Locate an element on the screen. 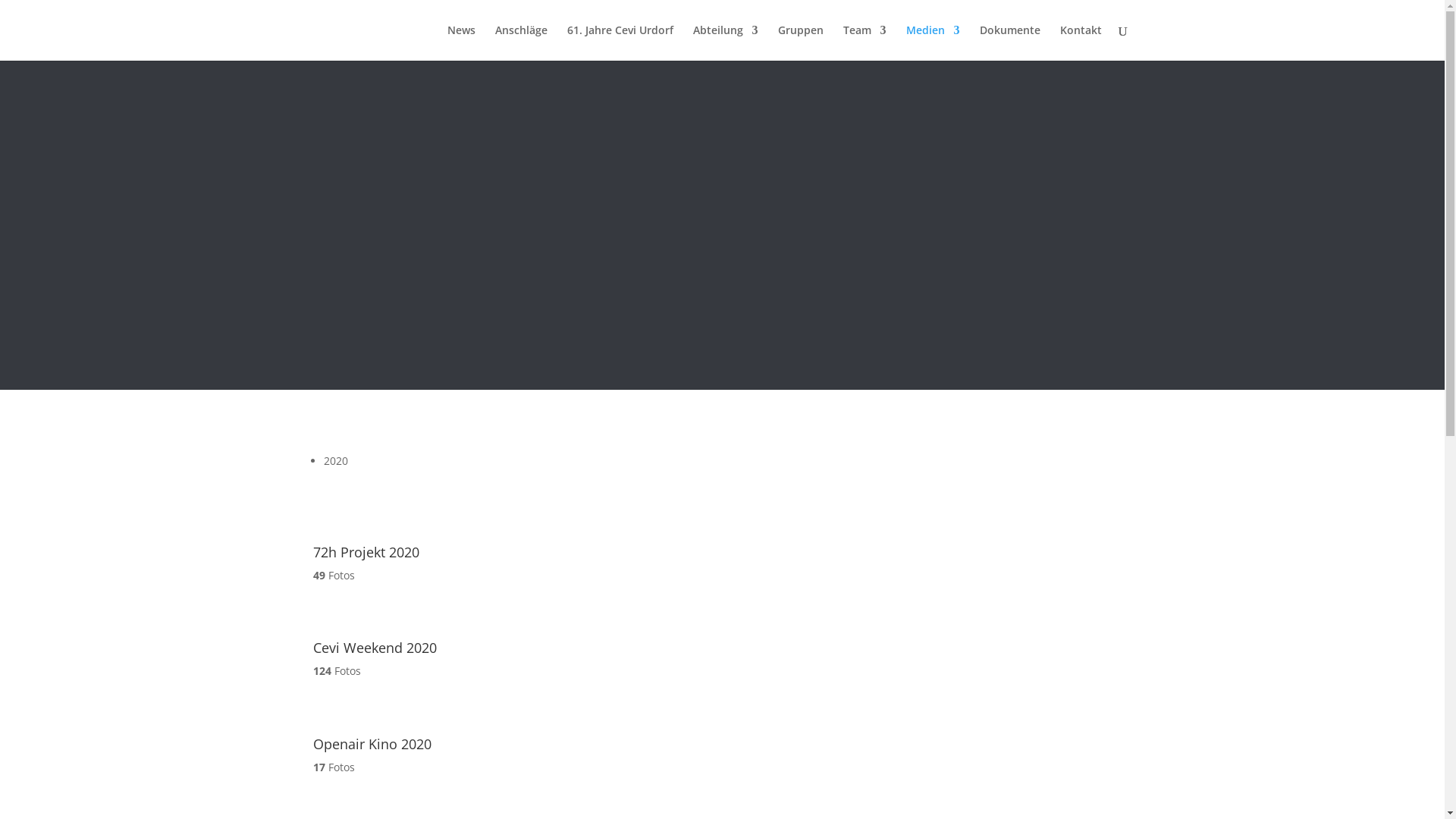 This screenshot has width=1456, height=819. '72h Projekt 2020' is located at coordinates (346, 535).